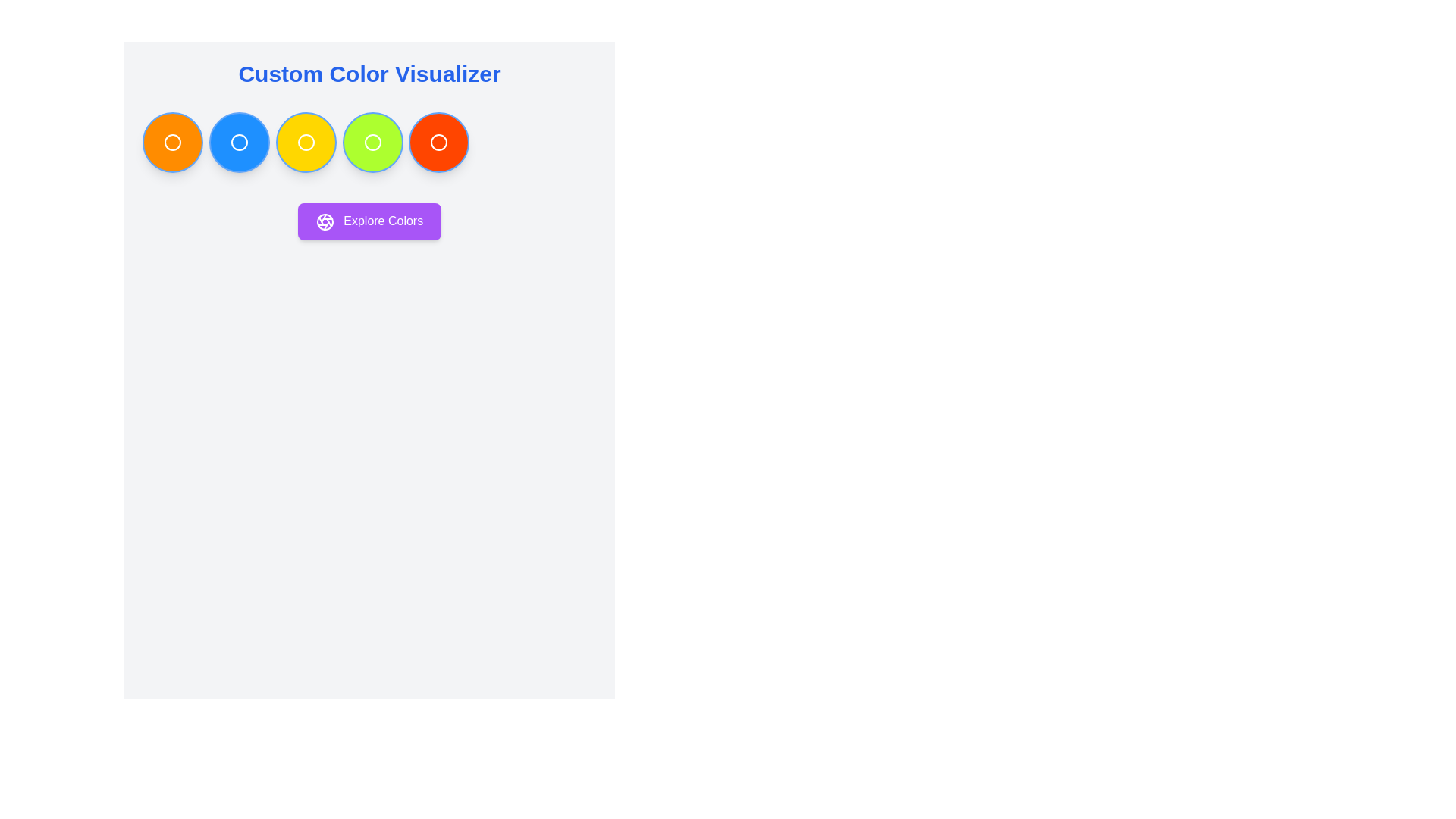 This screenshot has width=1456, height=819. I want to click on the third colored circle in the horizontal sequence, located below the title 'Custom Color Visualizer' and above the 'Explore Colors' button, so click(305, 143).